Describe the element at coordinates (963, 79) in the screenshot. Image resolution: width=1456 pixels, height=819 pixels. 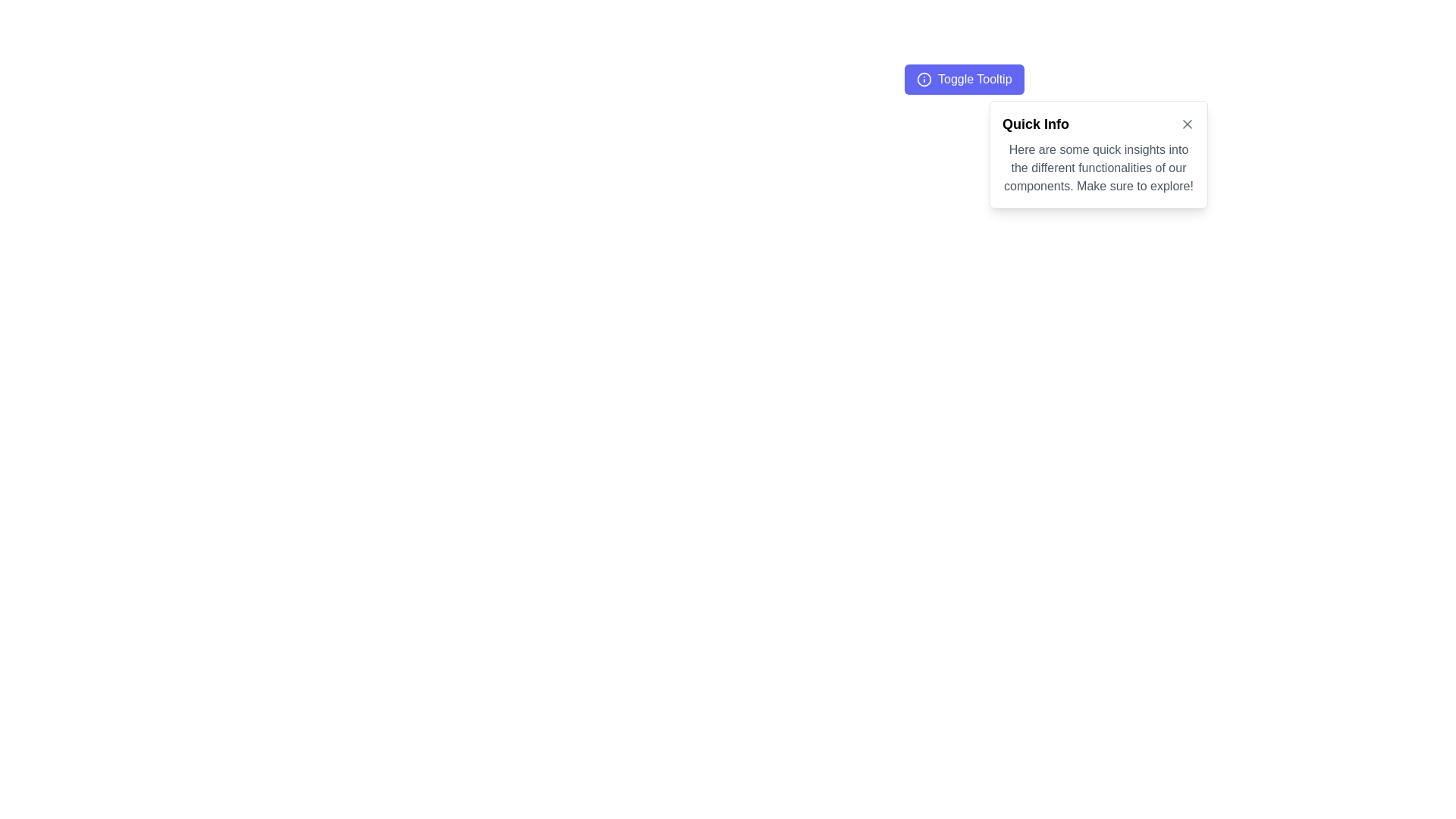
I see `the rectangular button with a blue background labeled 'Toggle Tooltip'` at that location.